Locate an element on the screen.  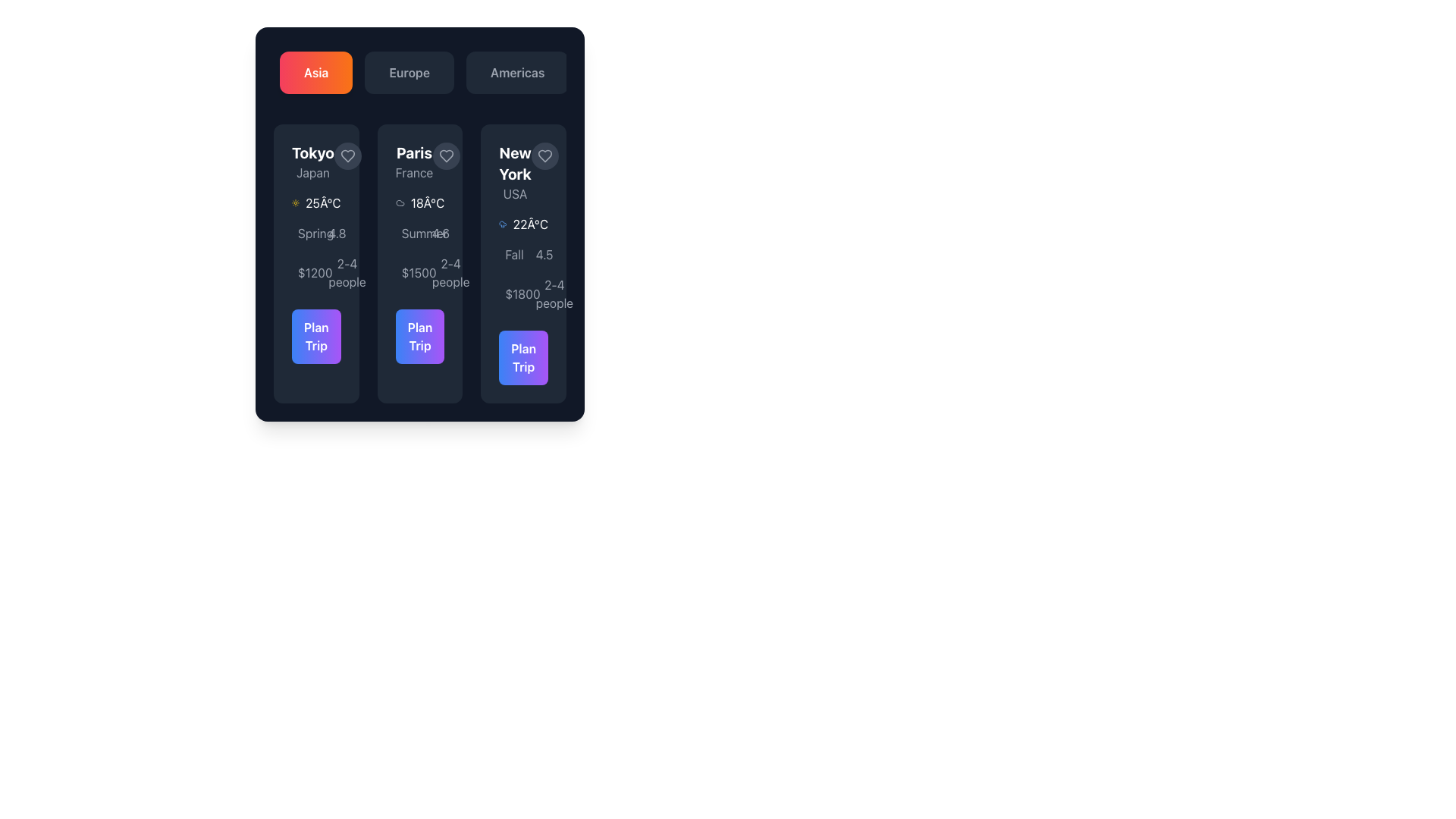
the cloudy weather icon located to the immediate left of the temperature text '18Â°C' within the weather information panel for Paris is located at coordinates (400, 202).